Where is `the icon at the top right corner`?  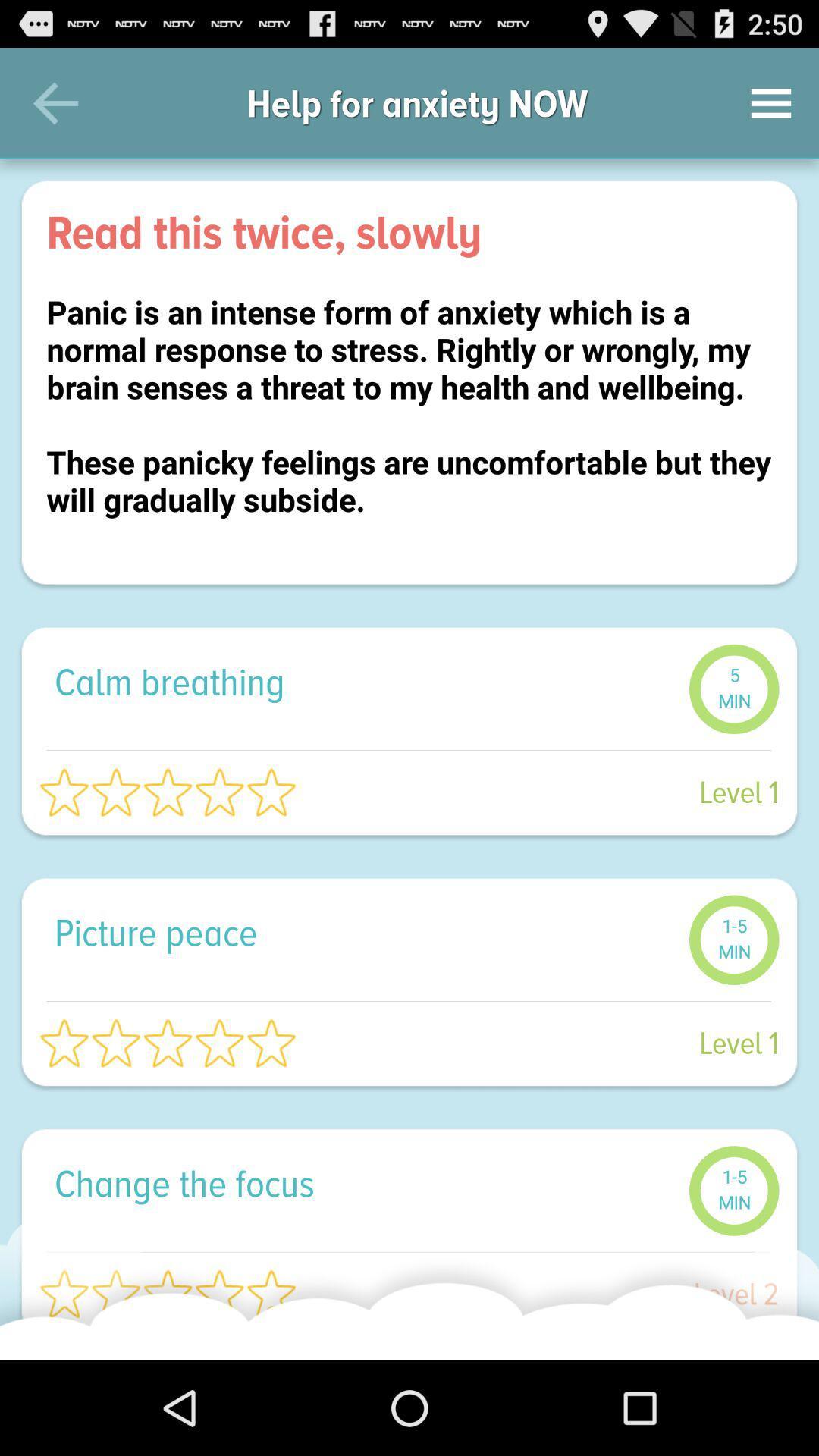 the icon at the top right corner is located at coordinates (771, 102).